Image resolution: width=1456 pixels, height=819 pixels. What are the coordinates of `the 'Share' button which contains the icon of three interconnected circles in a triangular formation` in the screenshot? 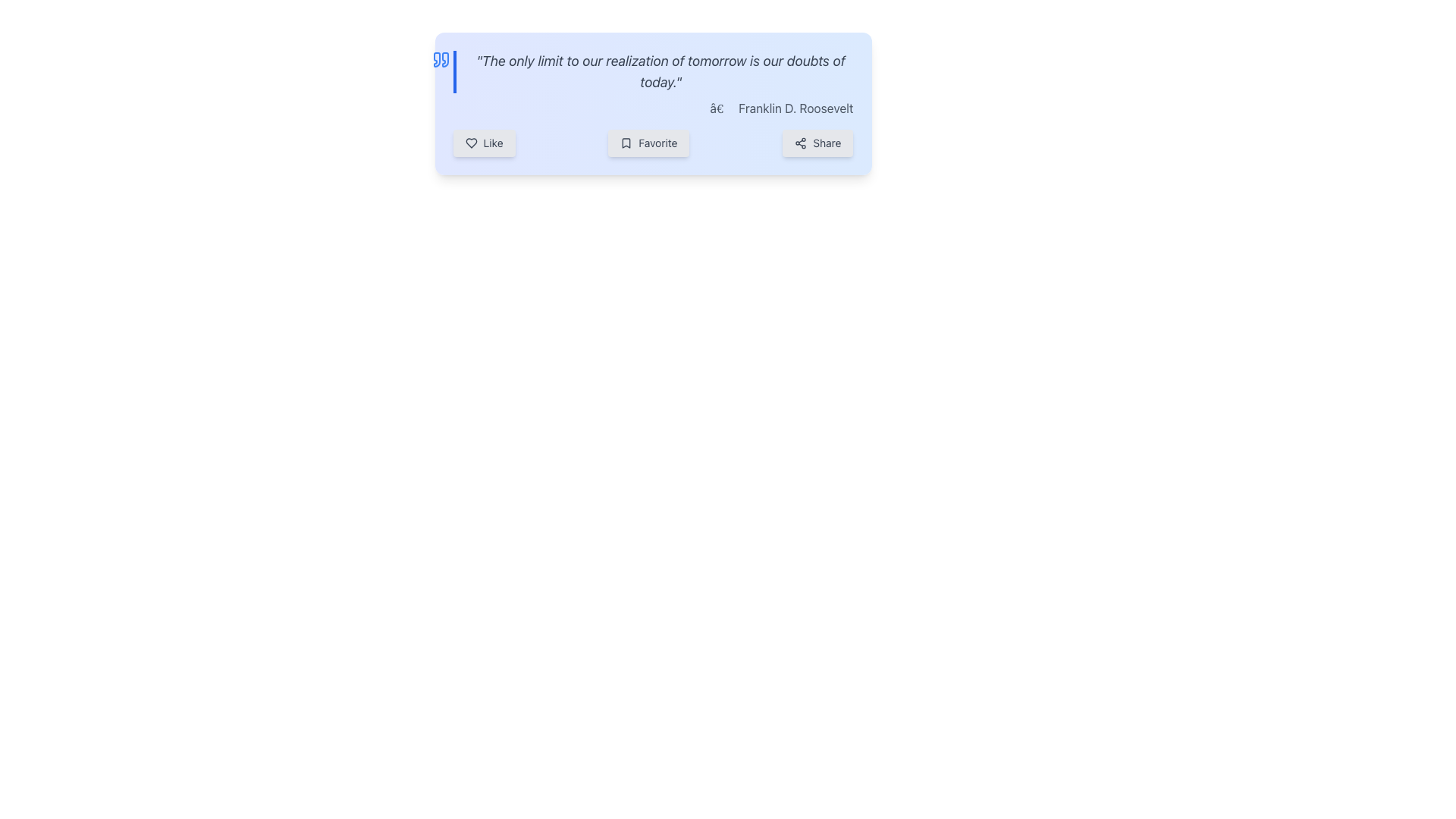 It's located at (800, 143).